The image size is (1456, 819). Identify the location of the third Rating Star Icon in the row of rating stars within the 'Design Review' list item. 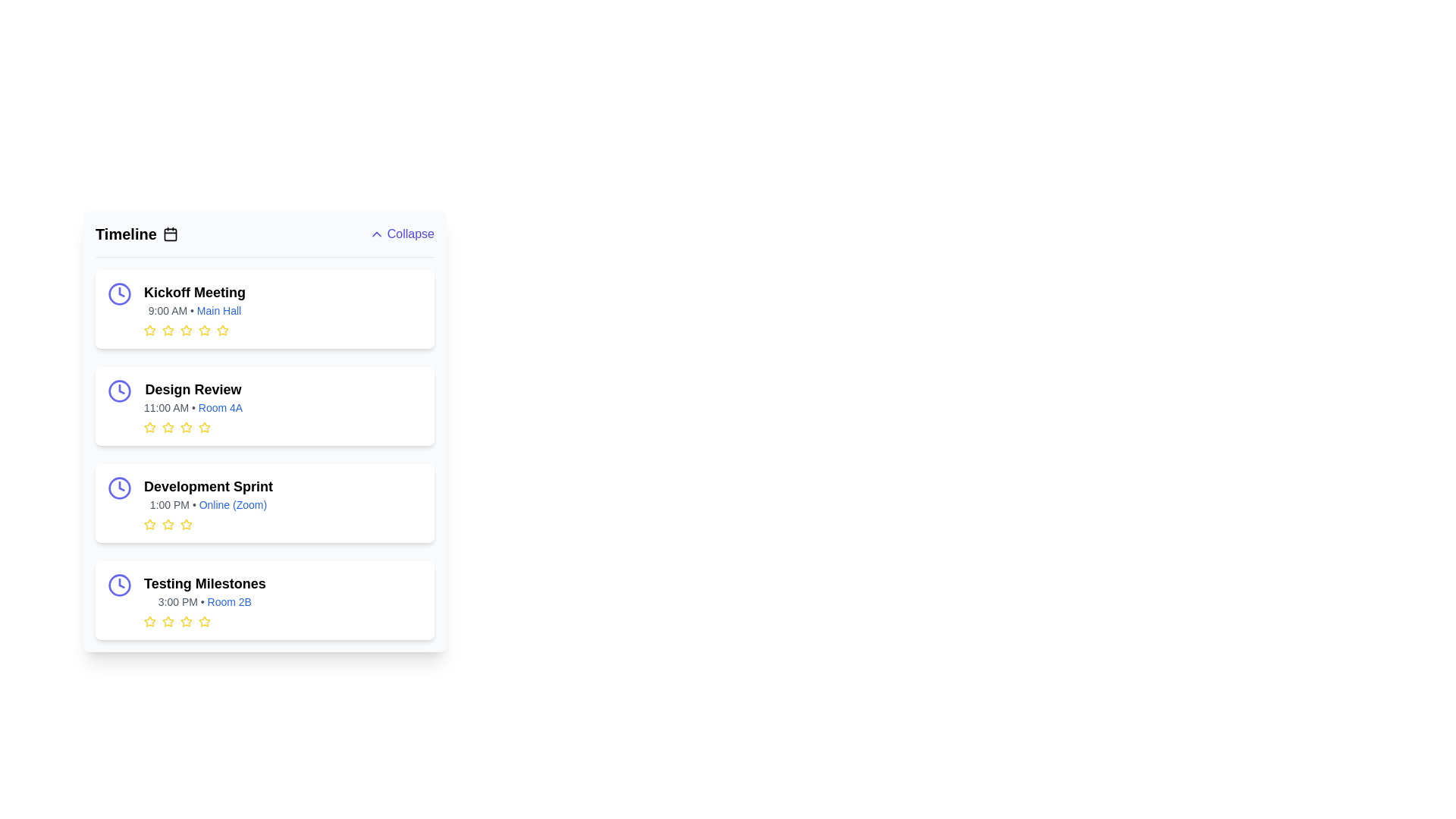
(203, 427).